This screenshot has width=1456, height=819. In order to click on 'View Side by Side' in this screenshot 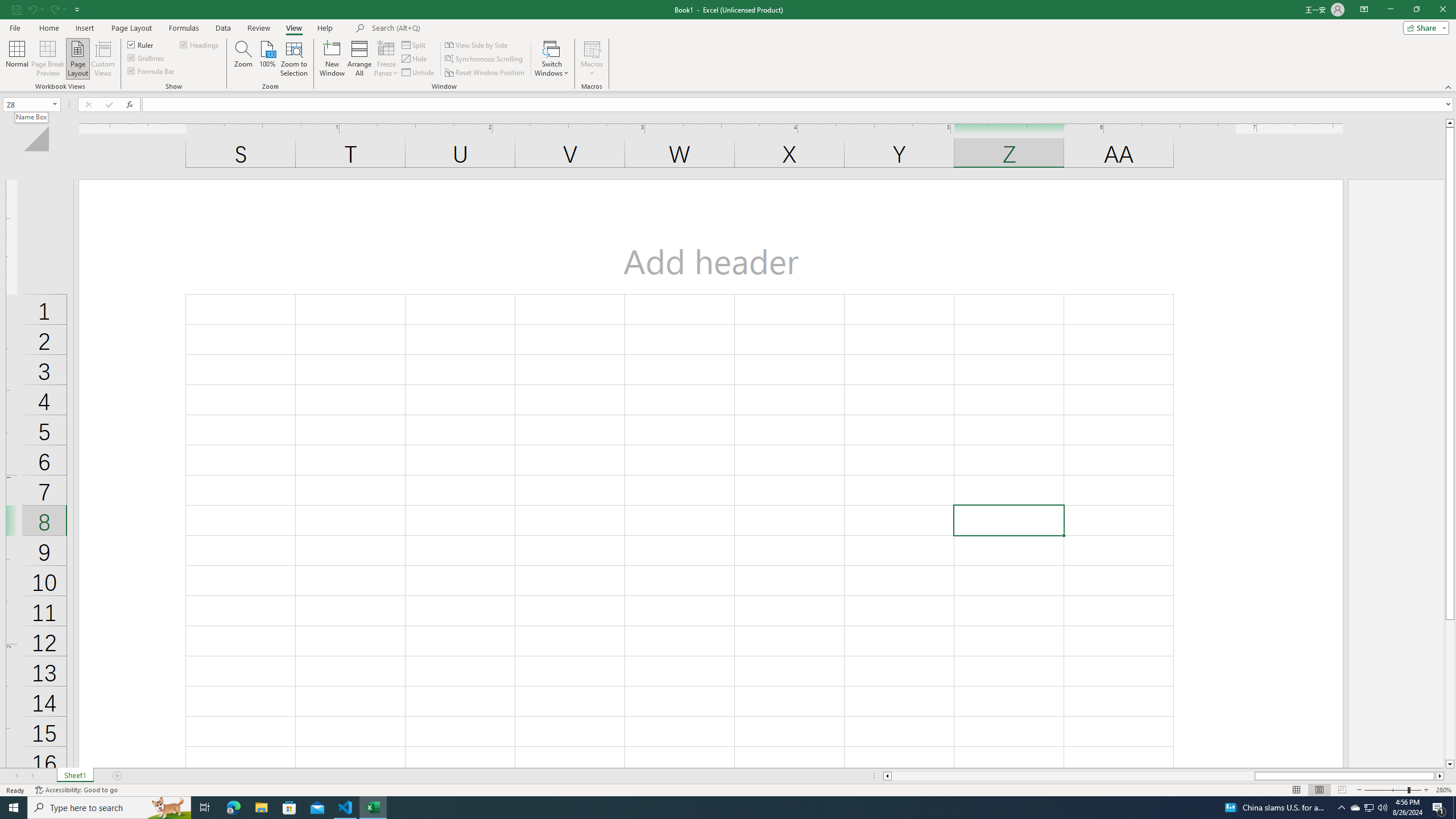, I will do `click(476, 44)`.